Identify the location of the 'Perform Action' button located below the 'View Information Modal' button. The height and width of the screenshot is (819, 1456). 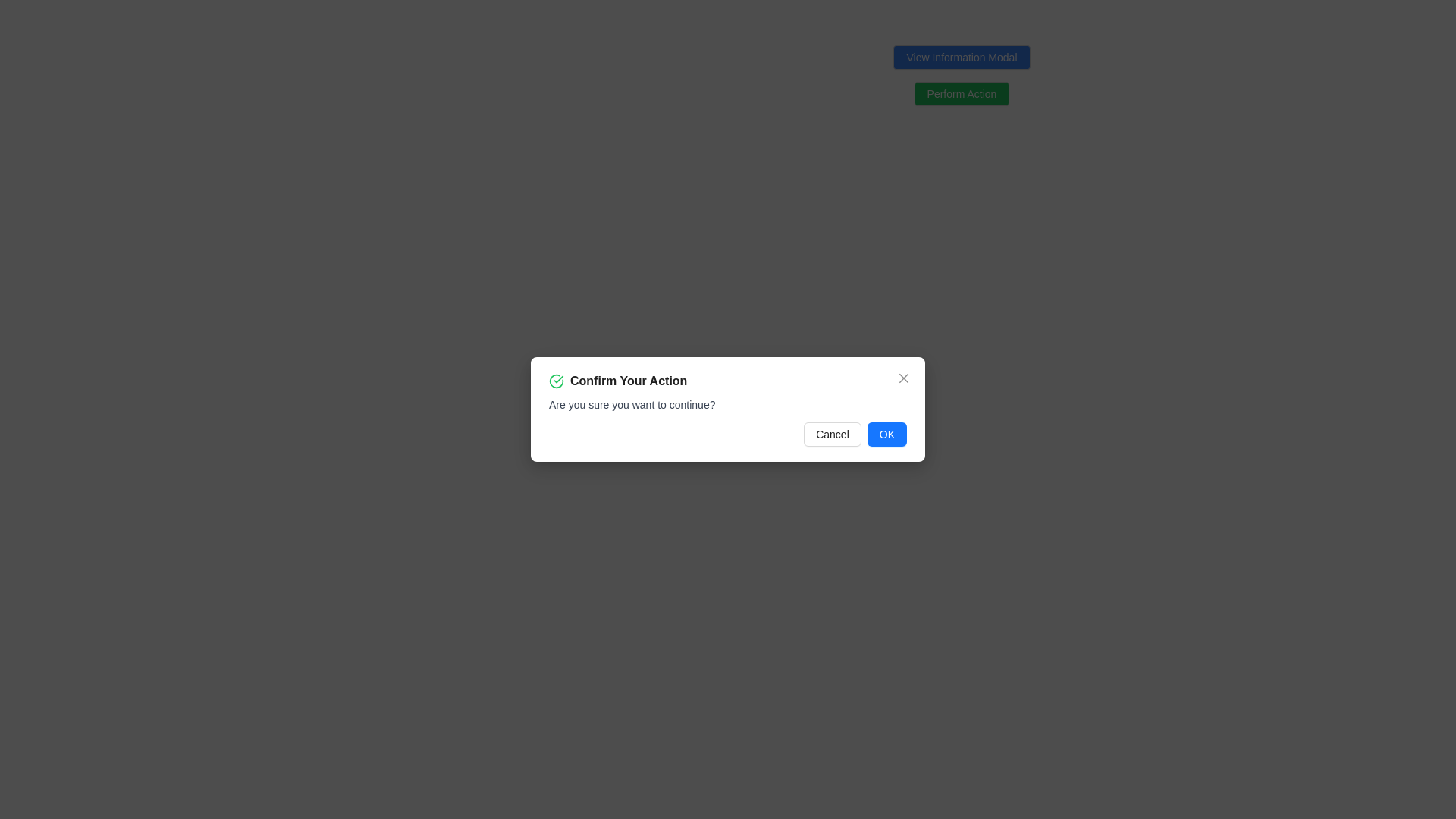
(961, 93).